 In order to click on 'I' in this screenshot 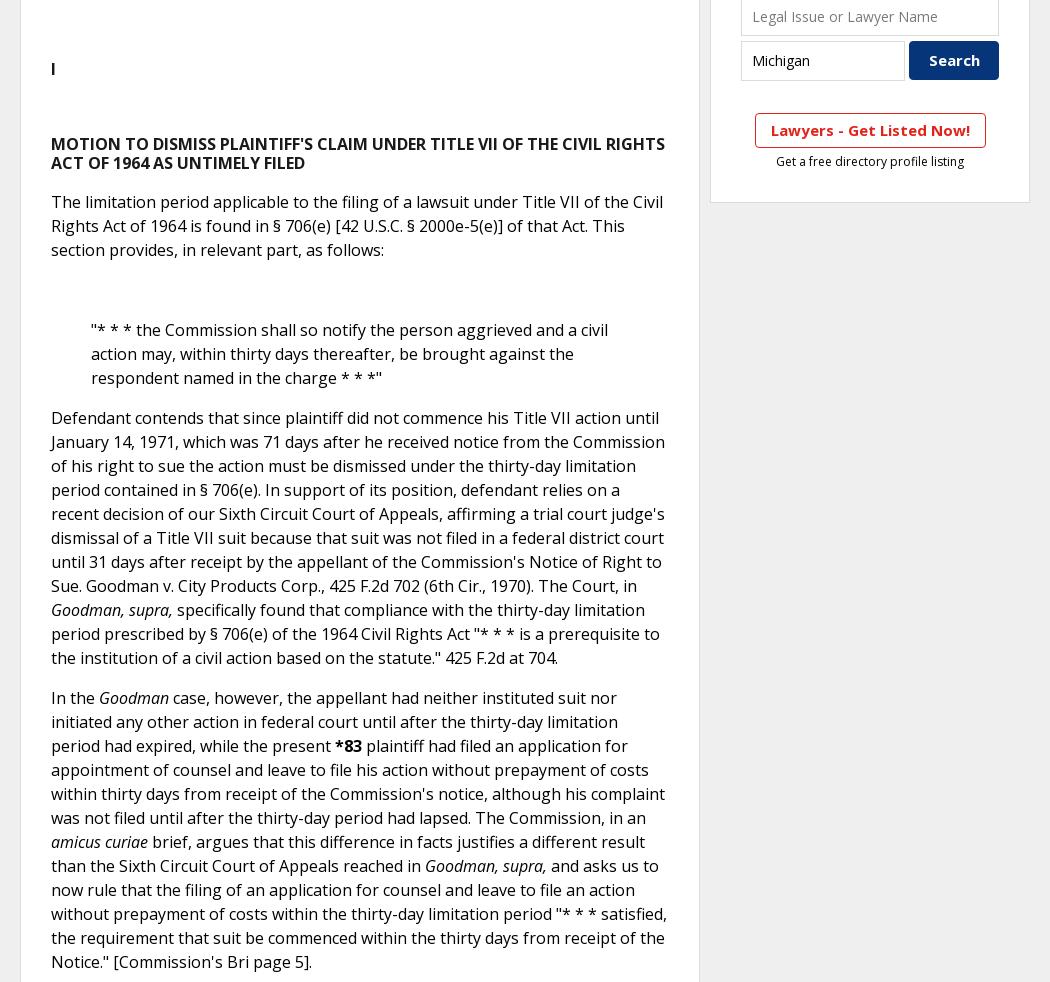, I will do `click(52, 66)`.